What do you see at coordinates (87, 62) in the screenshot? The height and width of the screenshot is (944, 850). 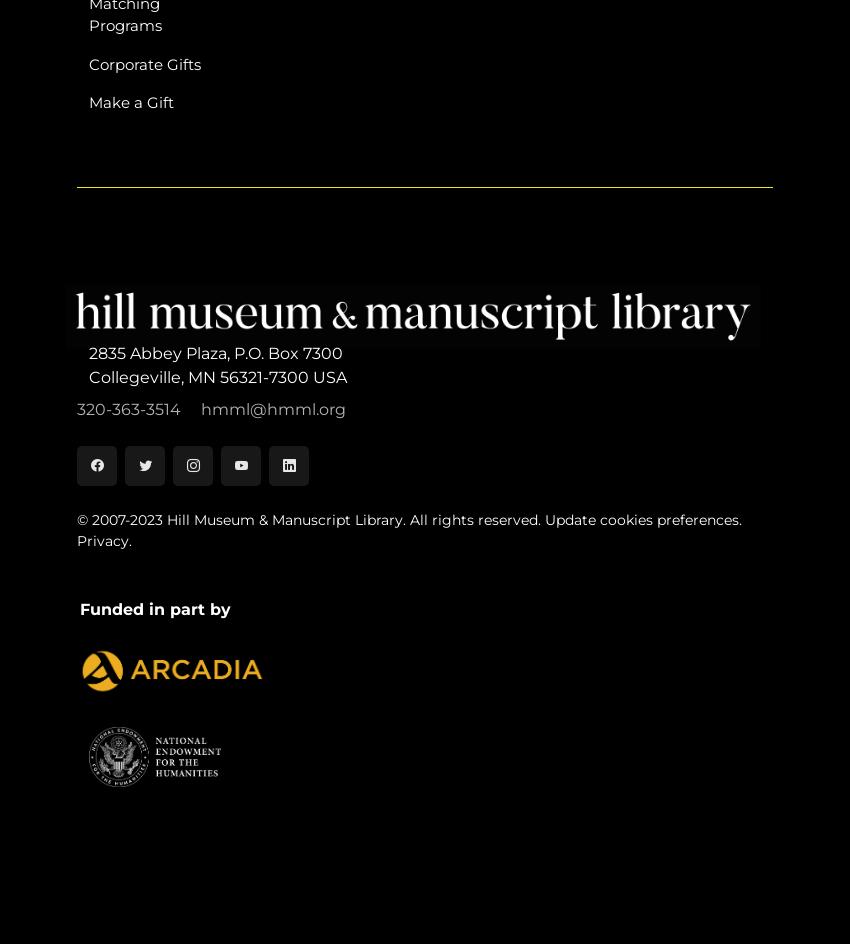 I see `'Corporate Gifts'` at bounding box center [87, 62].